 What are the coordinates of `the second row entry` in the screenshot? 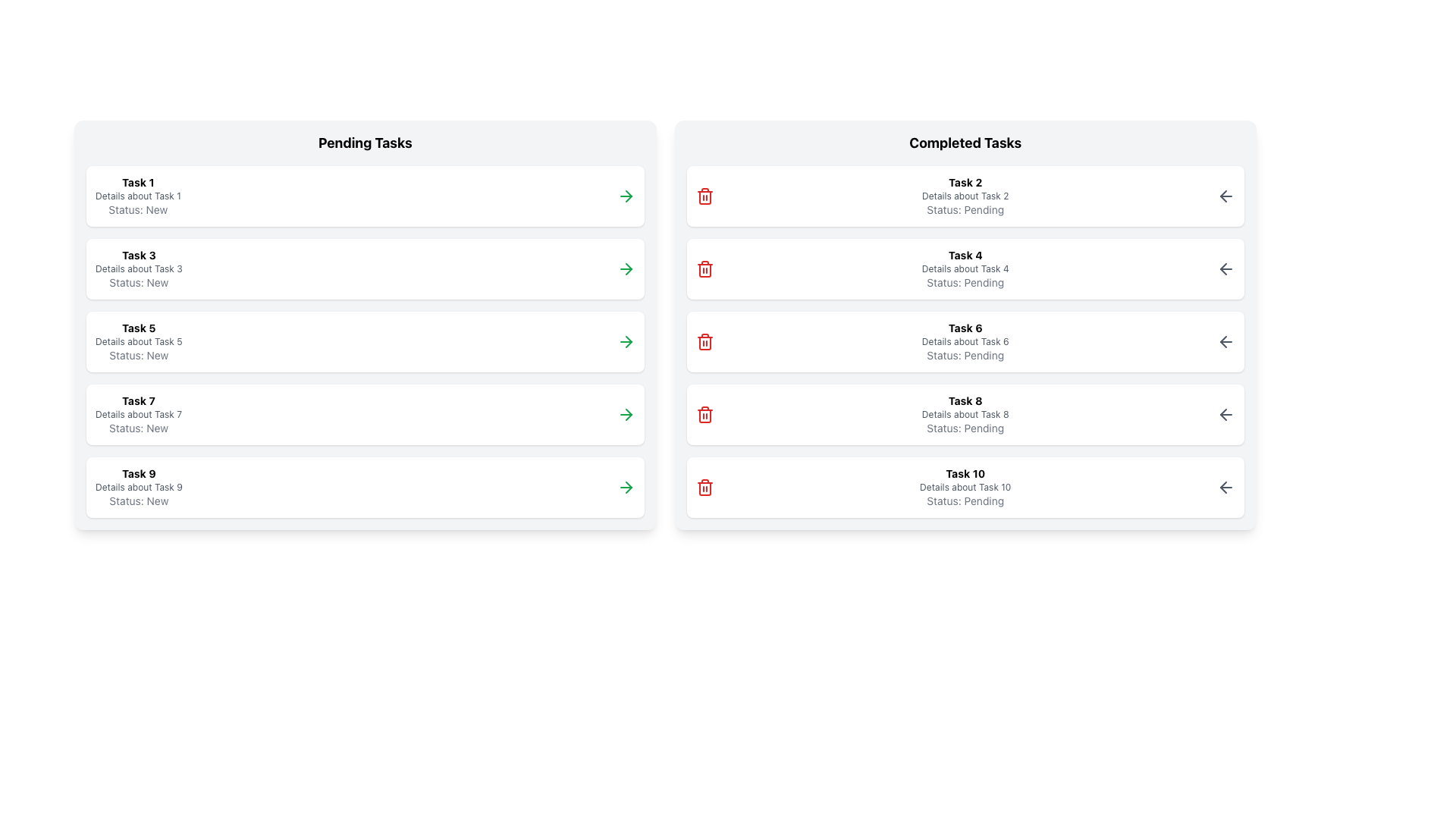 It's located at (139, 268).